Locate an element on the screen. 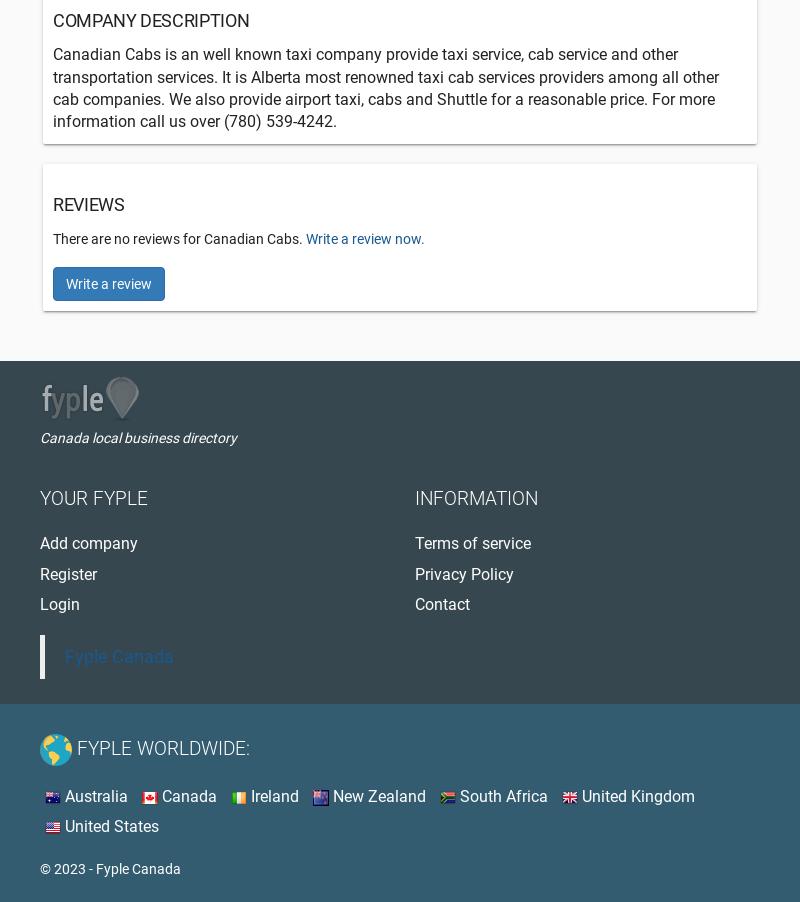  'Your Fyple' is located at coordinates (94, 497).